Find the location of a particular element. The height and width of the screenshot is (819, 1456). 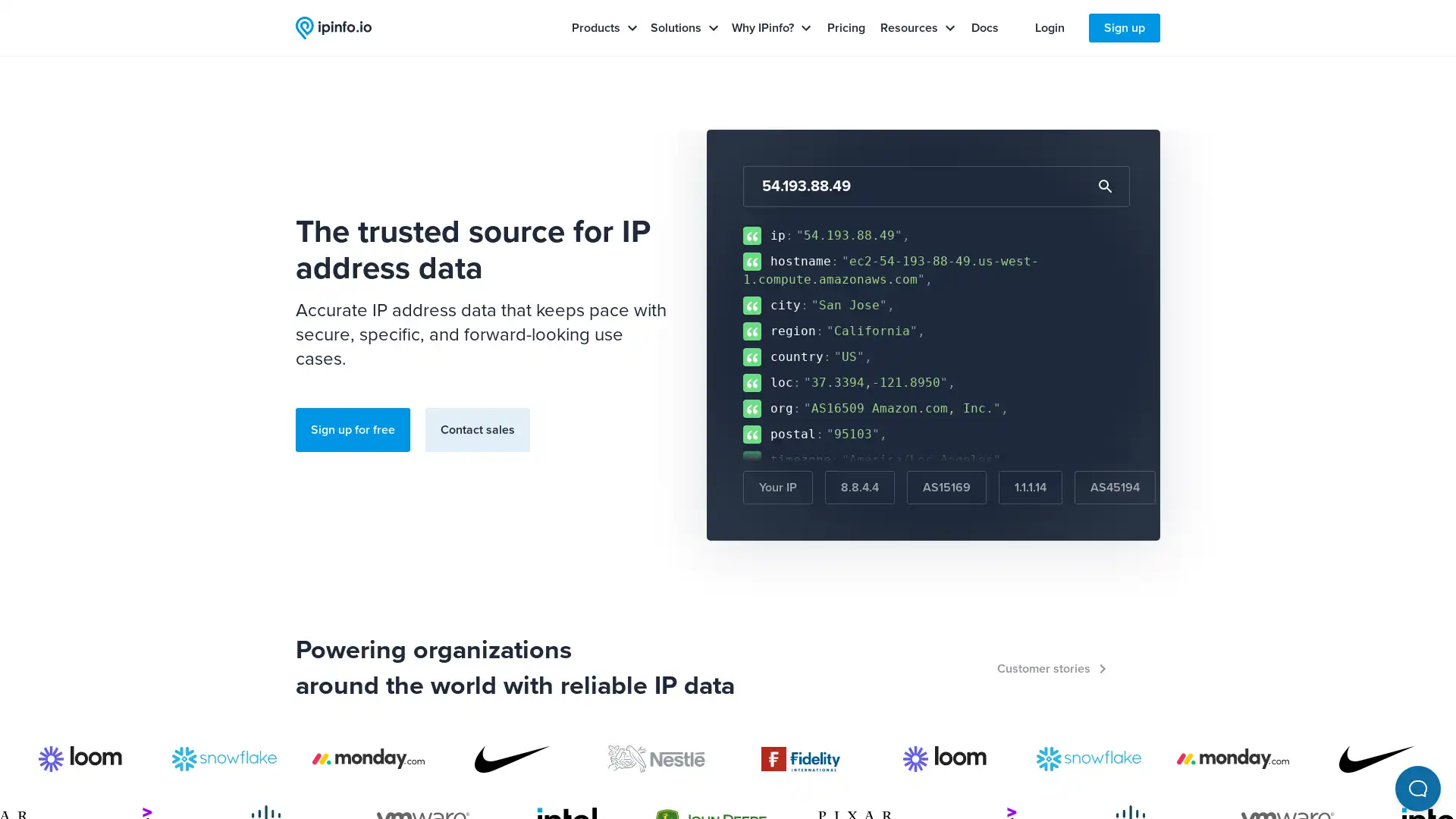

8.8.4.4 is located at coordinates (859, 488).